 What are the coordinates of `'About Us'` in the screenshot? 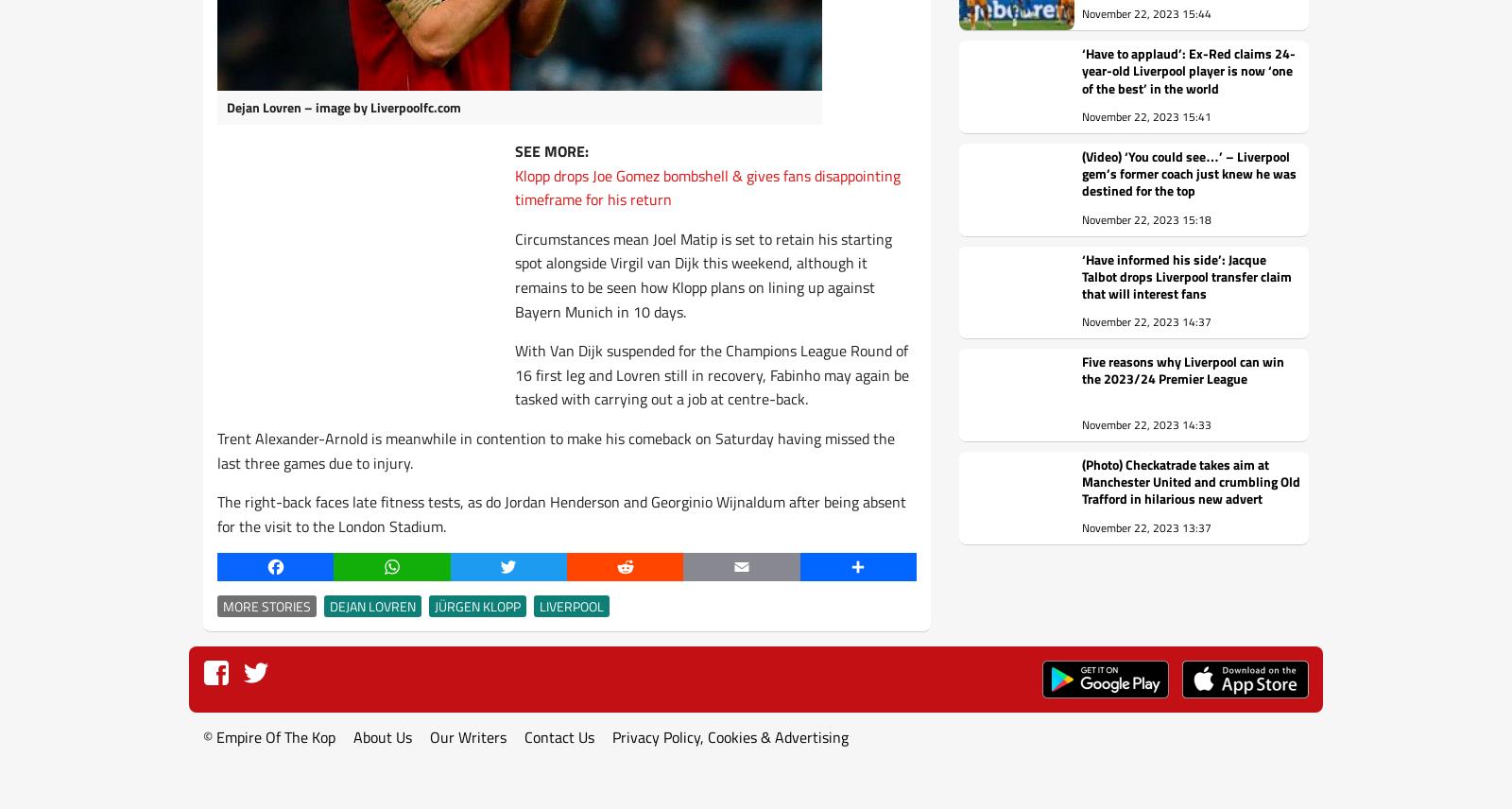 It's located at (353, 734).